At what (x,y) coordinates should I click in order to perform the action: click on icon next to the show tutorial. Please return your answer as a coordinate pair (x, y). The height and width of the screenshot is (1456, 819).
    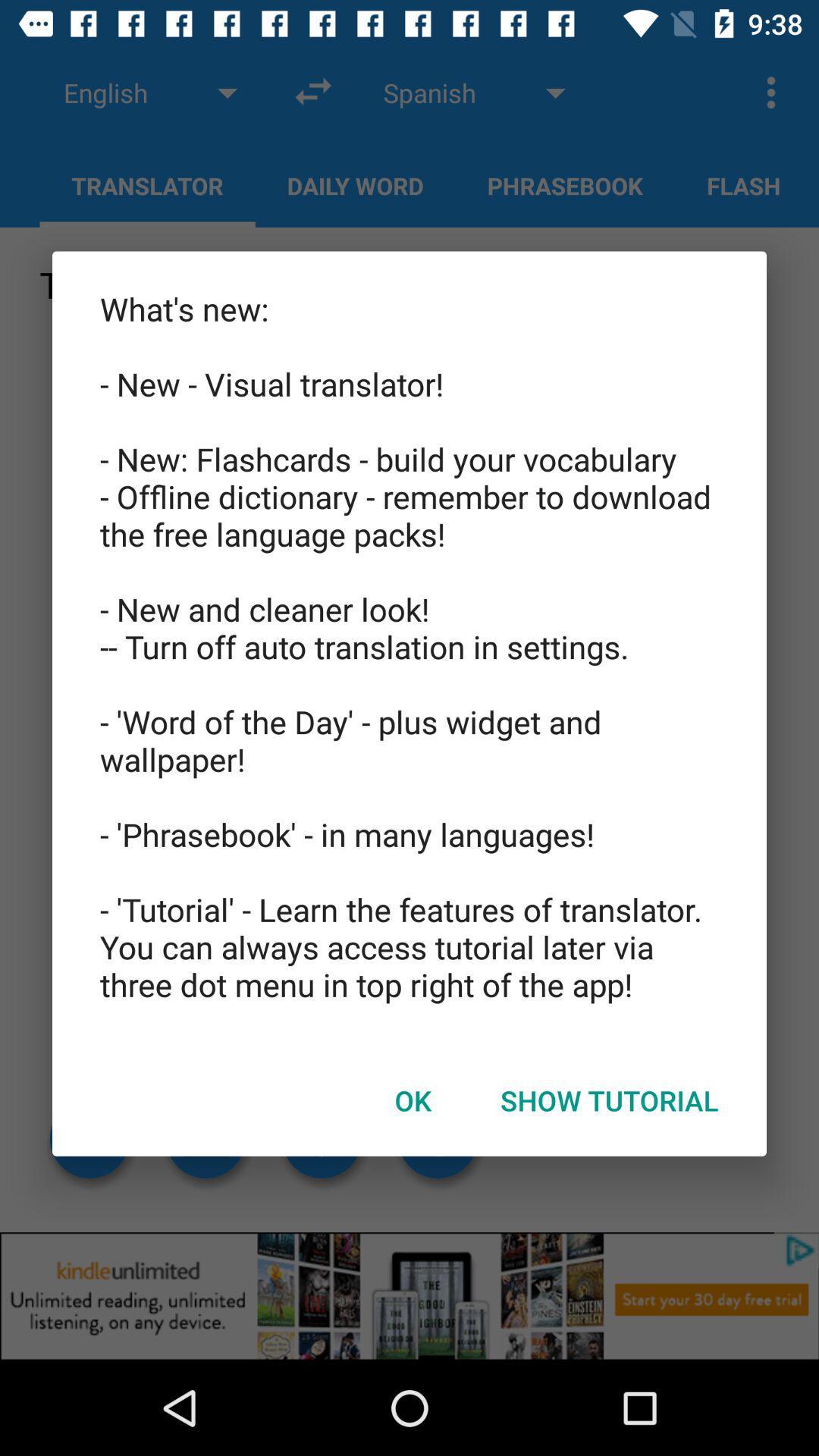
    Looking at the image, I should click on (413, 1100).